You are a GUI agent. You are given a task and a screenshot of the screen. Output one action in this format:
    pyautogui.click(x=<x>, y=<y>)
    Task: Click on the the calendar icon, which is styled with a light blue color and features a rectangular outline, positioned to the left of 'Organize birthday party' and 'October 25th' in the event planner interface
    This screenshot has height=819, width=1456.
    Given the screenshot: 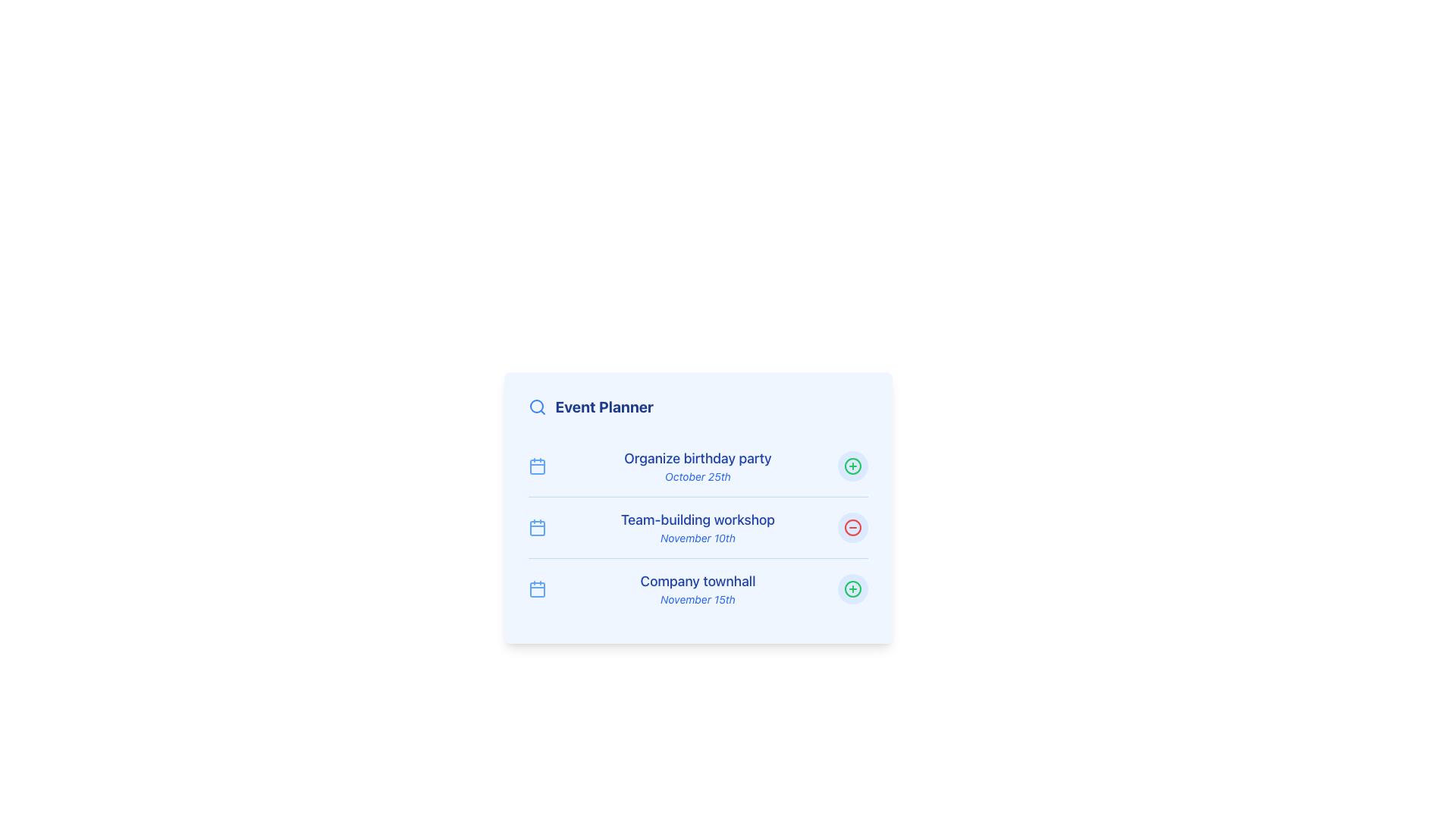 What is the action you would take?
    pyautogui.click(x=537, y=465)
    